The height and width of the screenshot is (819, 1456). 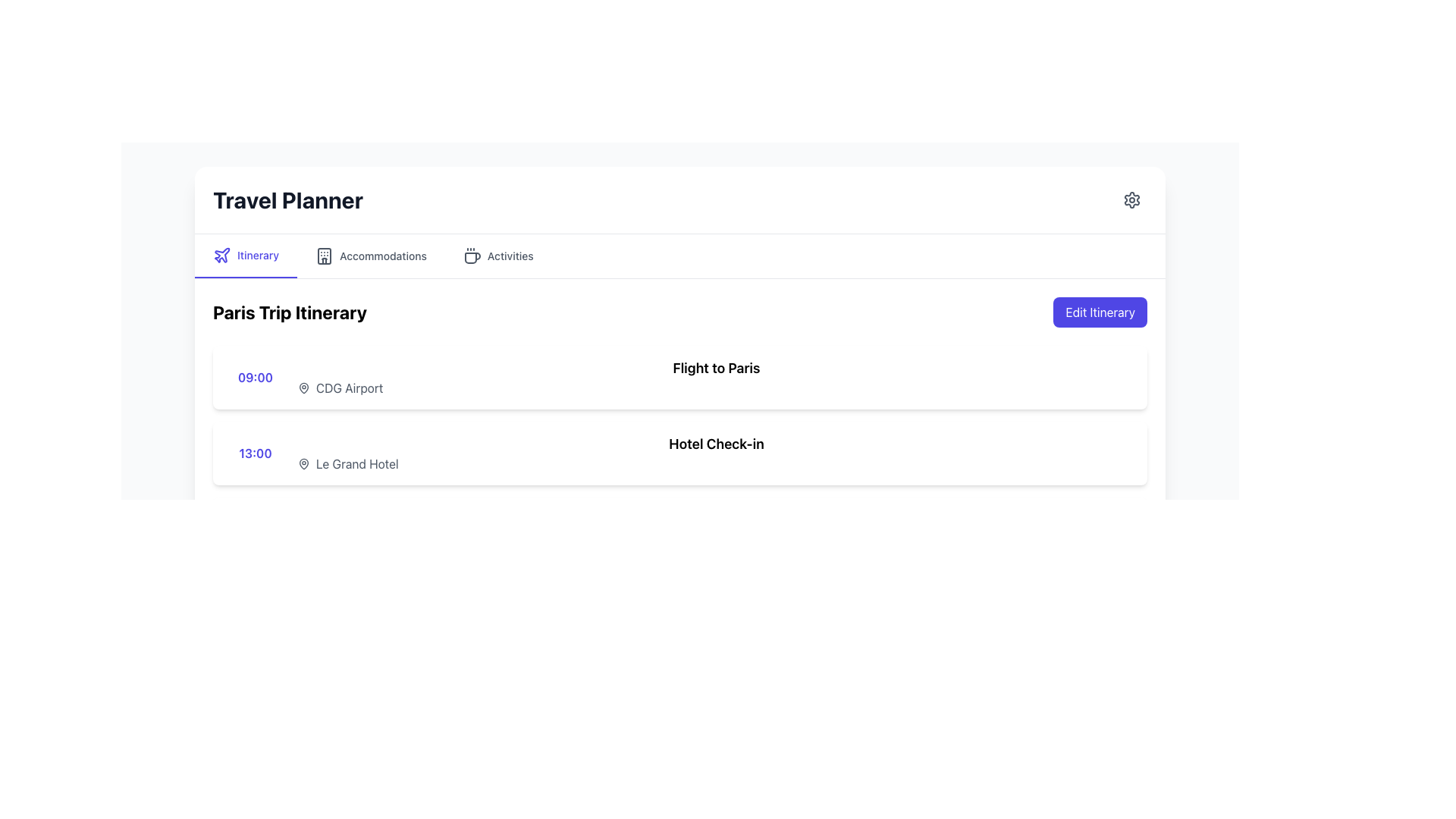 I want to click on the map pin icon located to the left of the text 'CDG Airport' in the 'Paris Trip Itinerary' section, so click(x=303, y=388).